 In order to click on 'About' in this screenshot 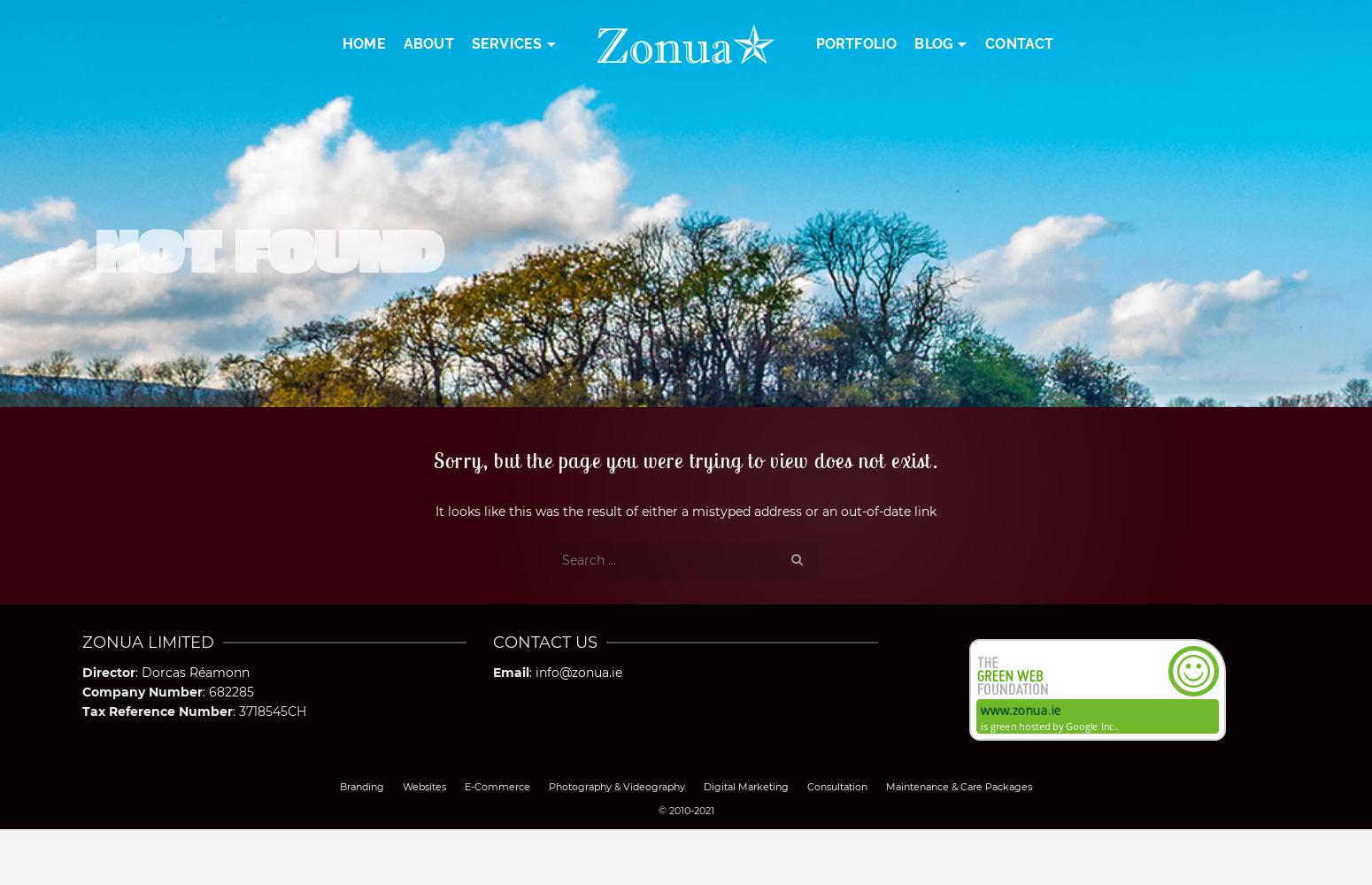, I will do `click(427, 43)`.